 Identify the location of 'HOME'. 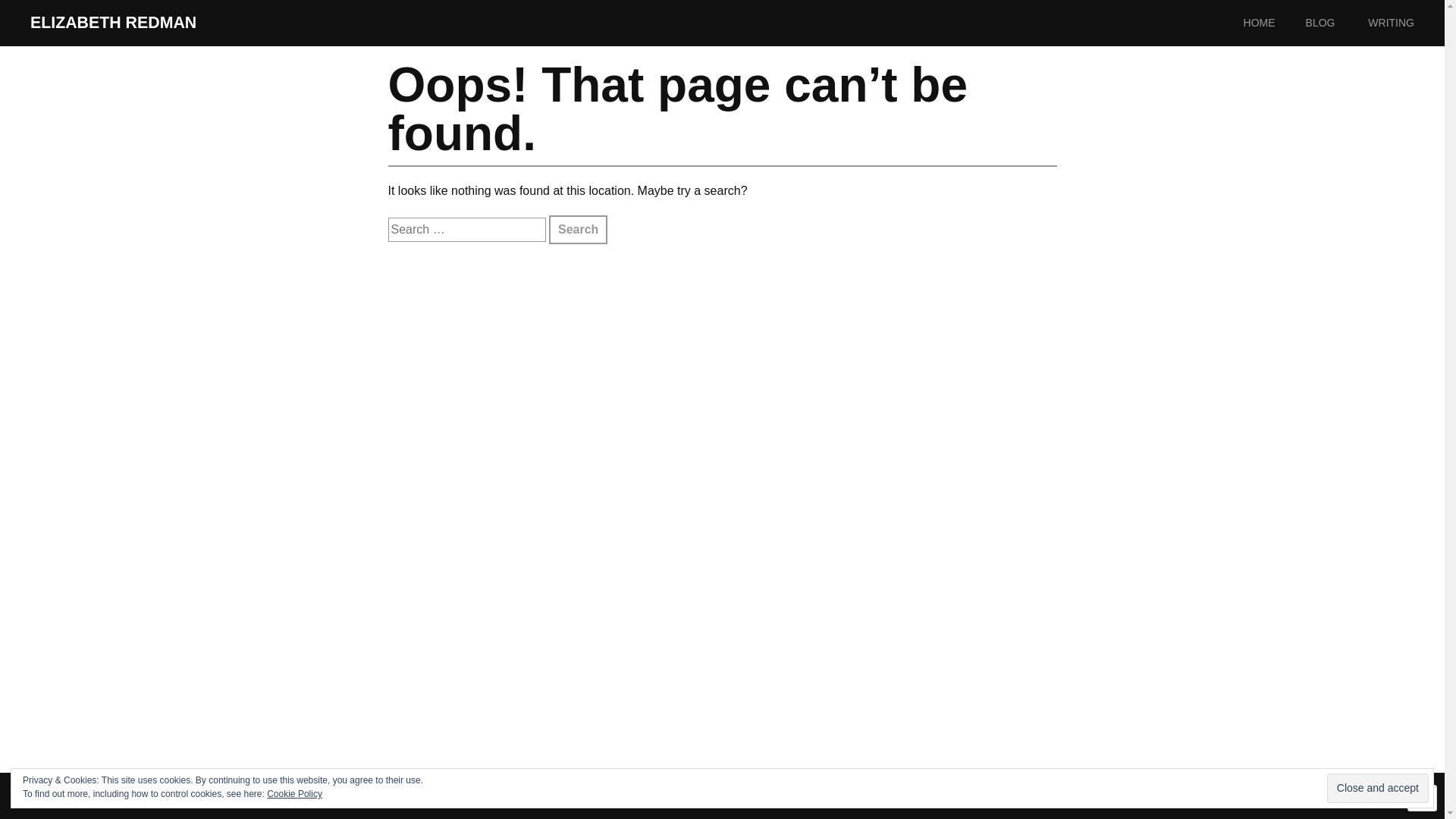
(1274, 23).